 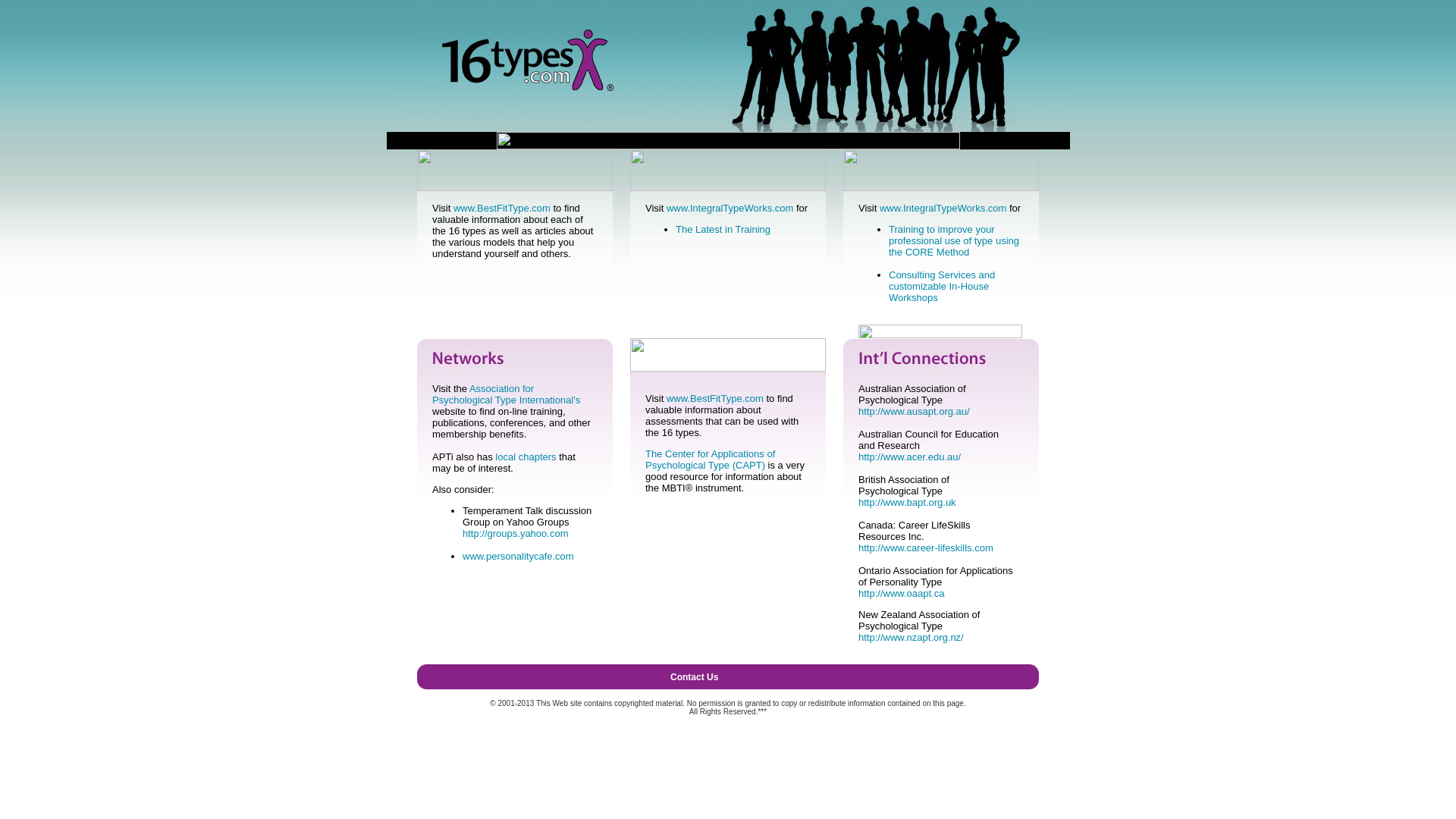 I want to click on 'www.personalitycafe.com', so click(x=518, y=556).